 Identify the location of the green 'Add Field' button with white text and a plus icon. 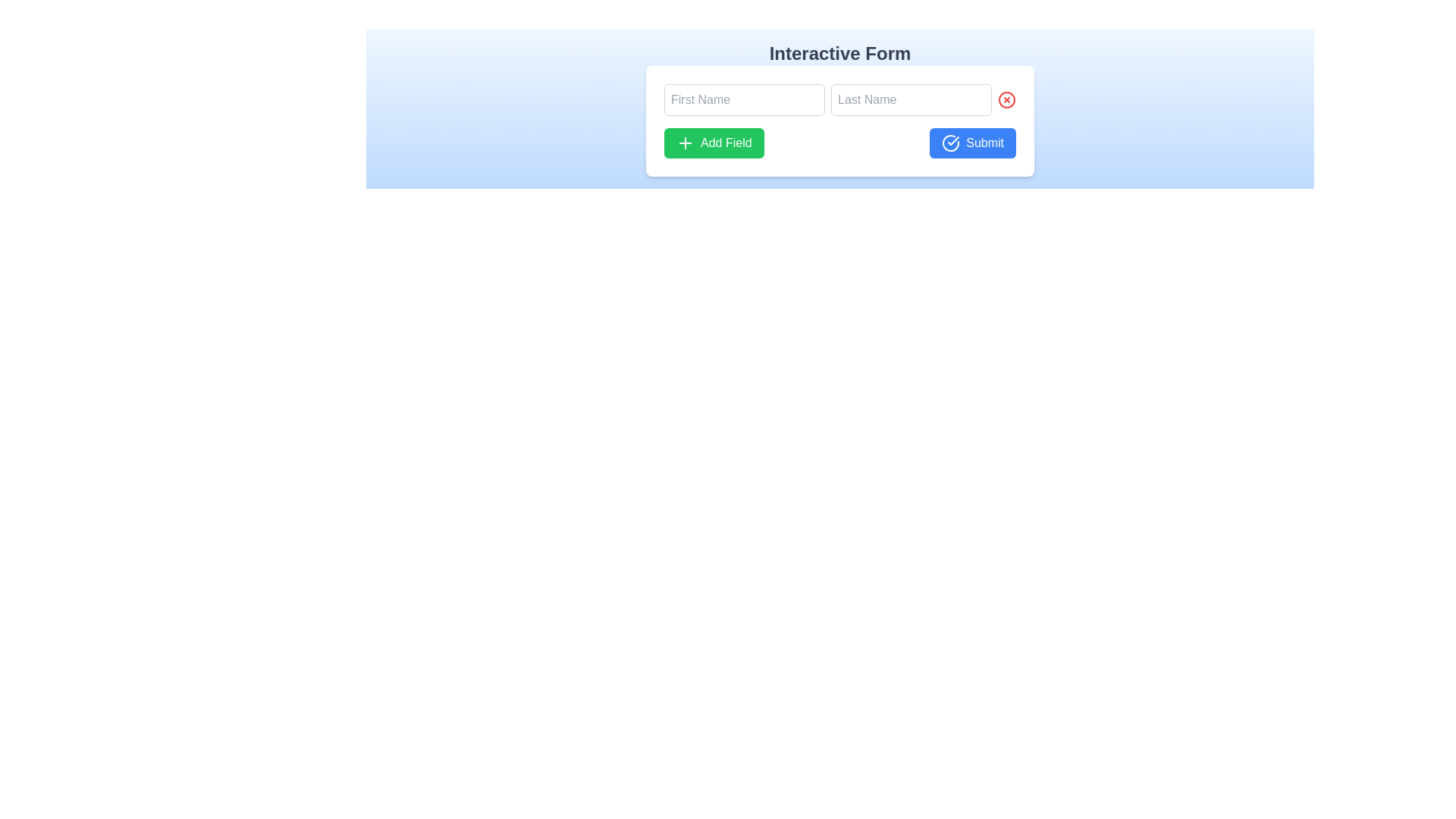
(713, 143).